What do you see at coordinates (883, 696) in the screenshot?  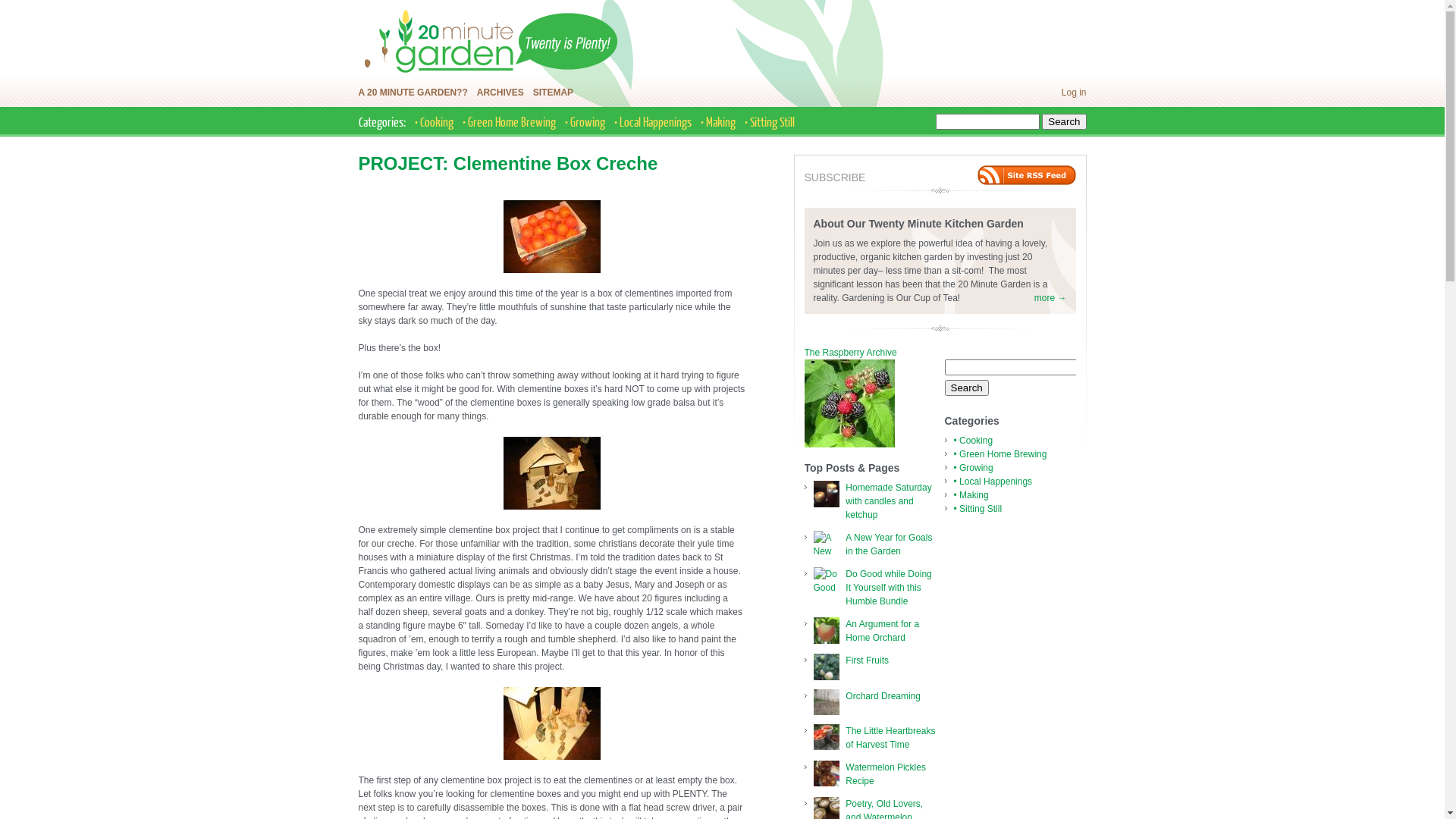 I see `'Orchard Dreaming'` at bounding box center [883, 696].